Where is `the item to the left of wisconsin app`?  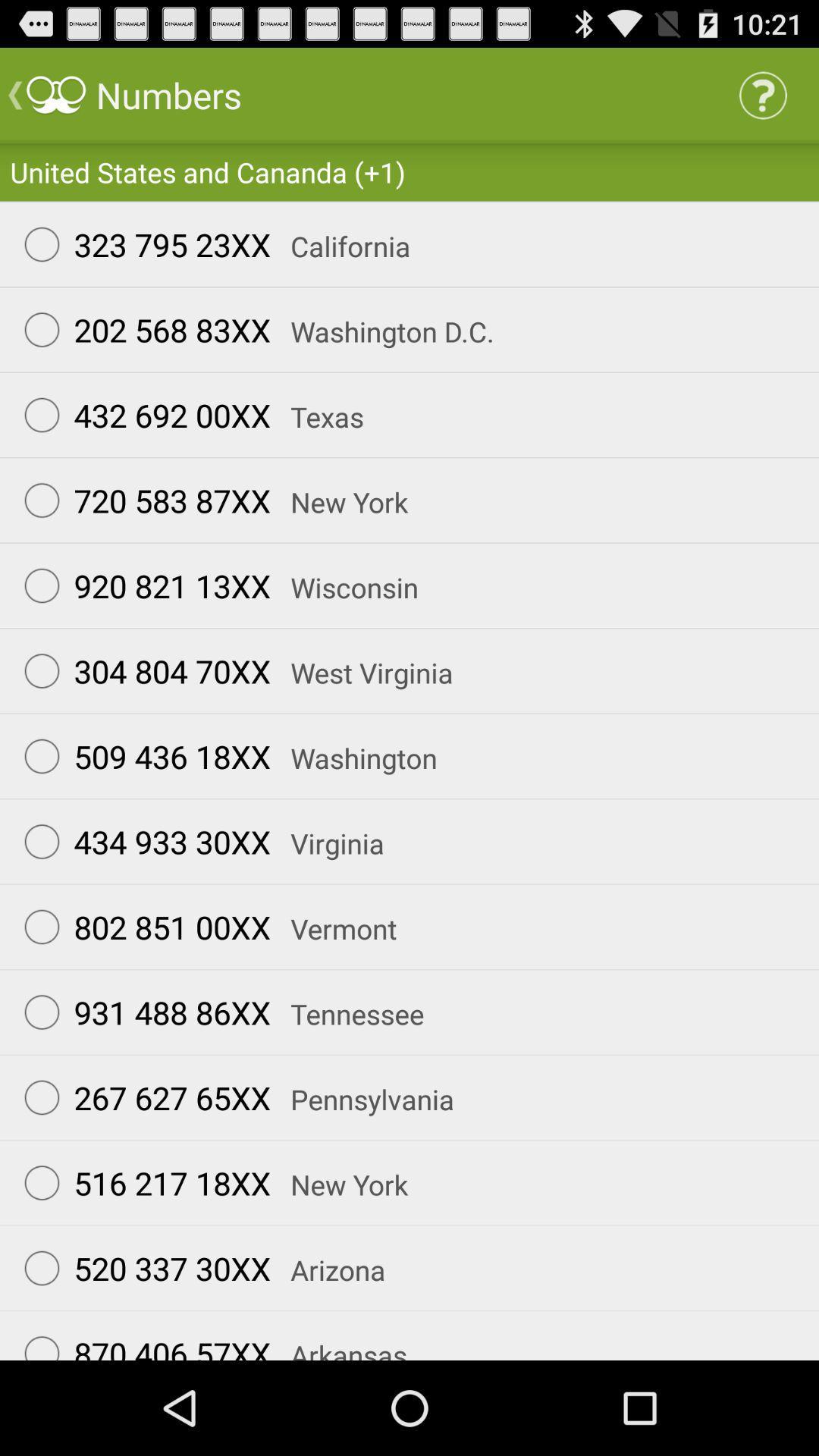 the item to the left of wisconsin app is located at coordinates (140, 585).